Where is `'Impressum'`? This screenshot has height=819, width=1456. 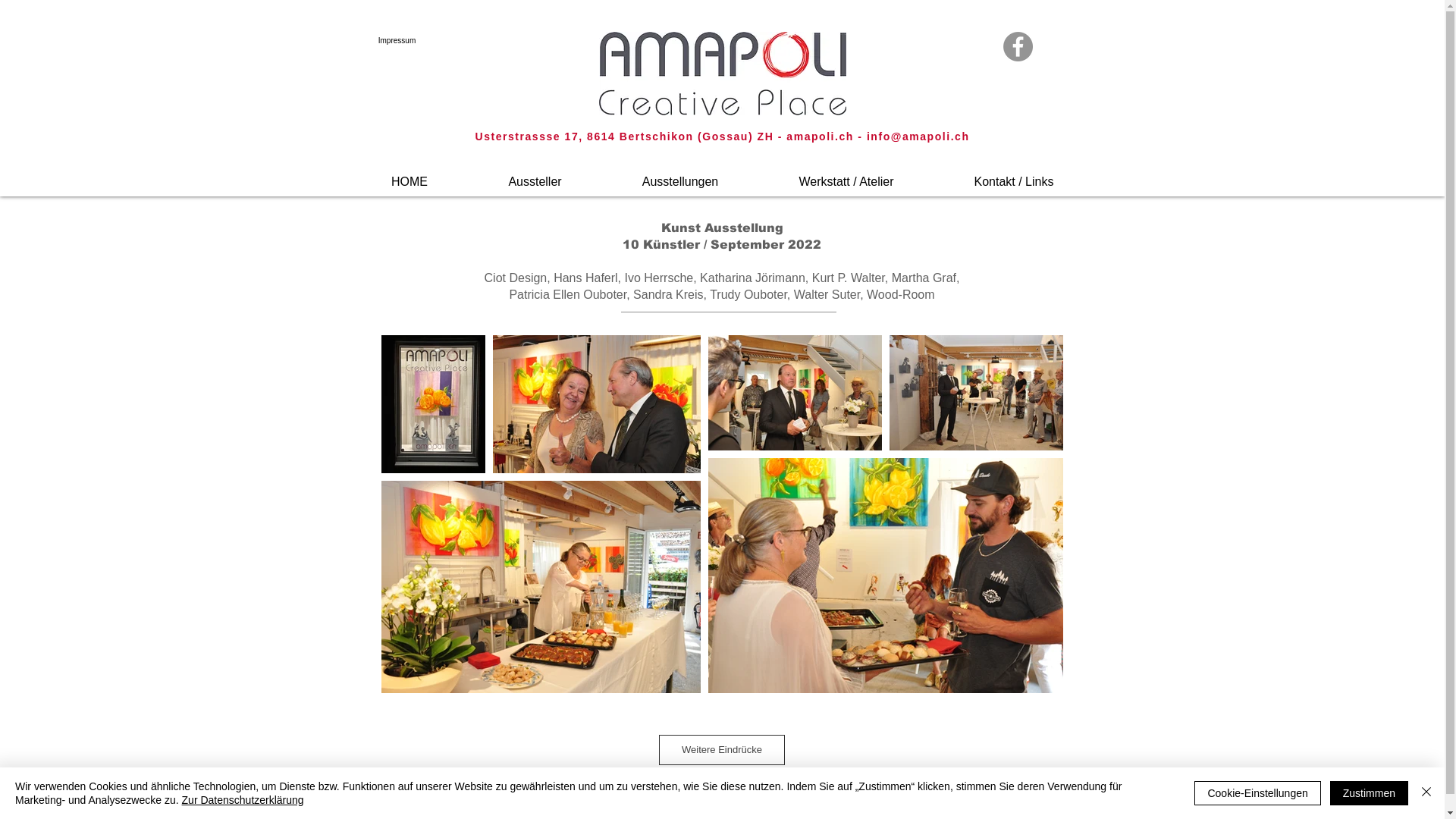 'Impressum' is located at coordinates (365, 39).